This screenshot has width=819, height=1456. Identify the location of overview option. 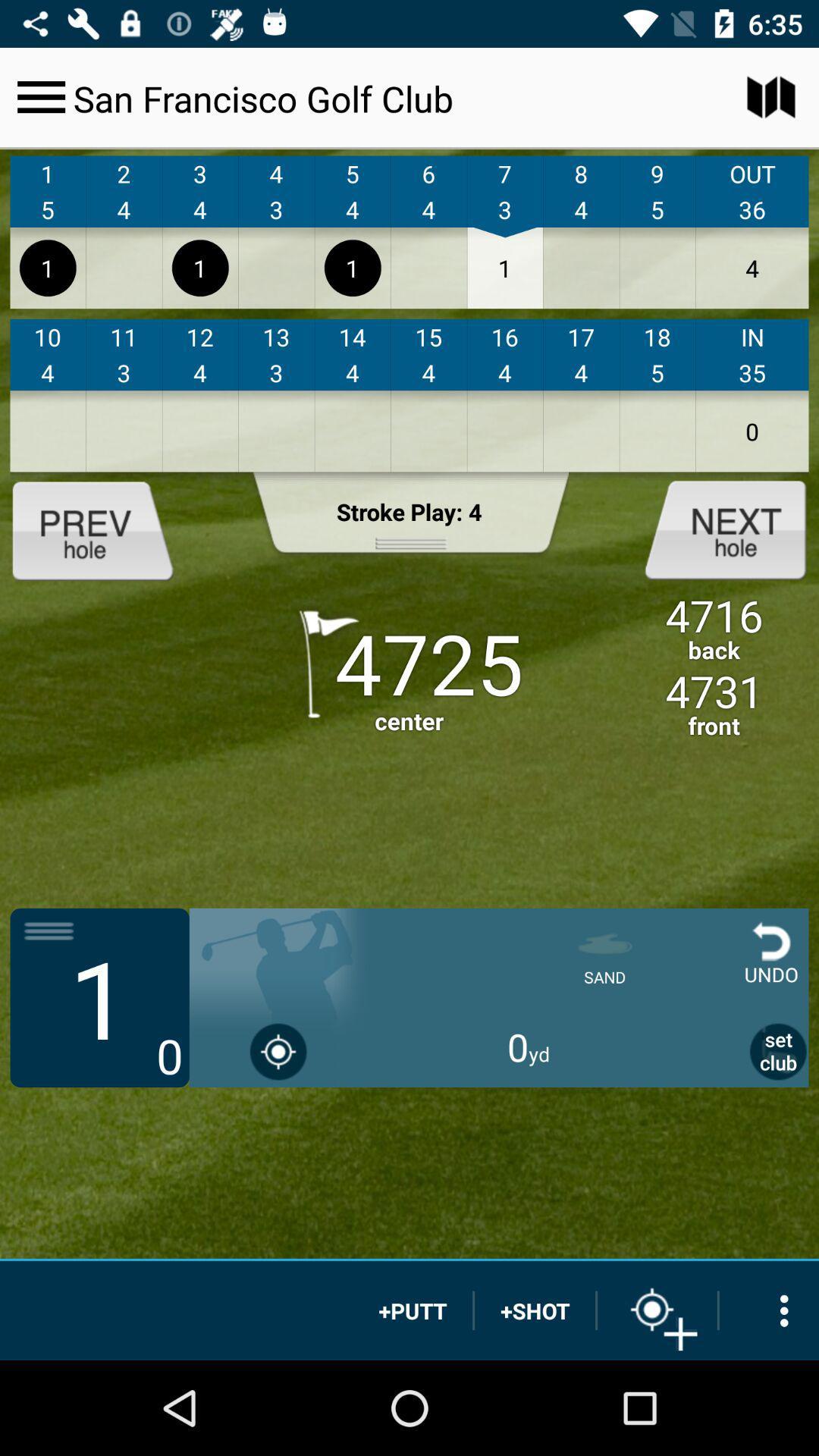
(769, 1310).